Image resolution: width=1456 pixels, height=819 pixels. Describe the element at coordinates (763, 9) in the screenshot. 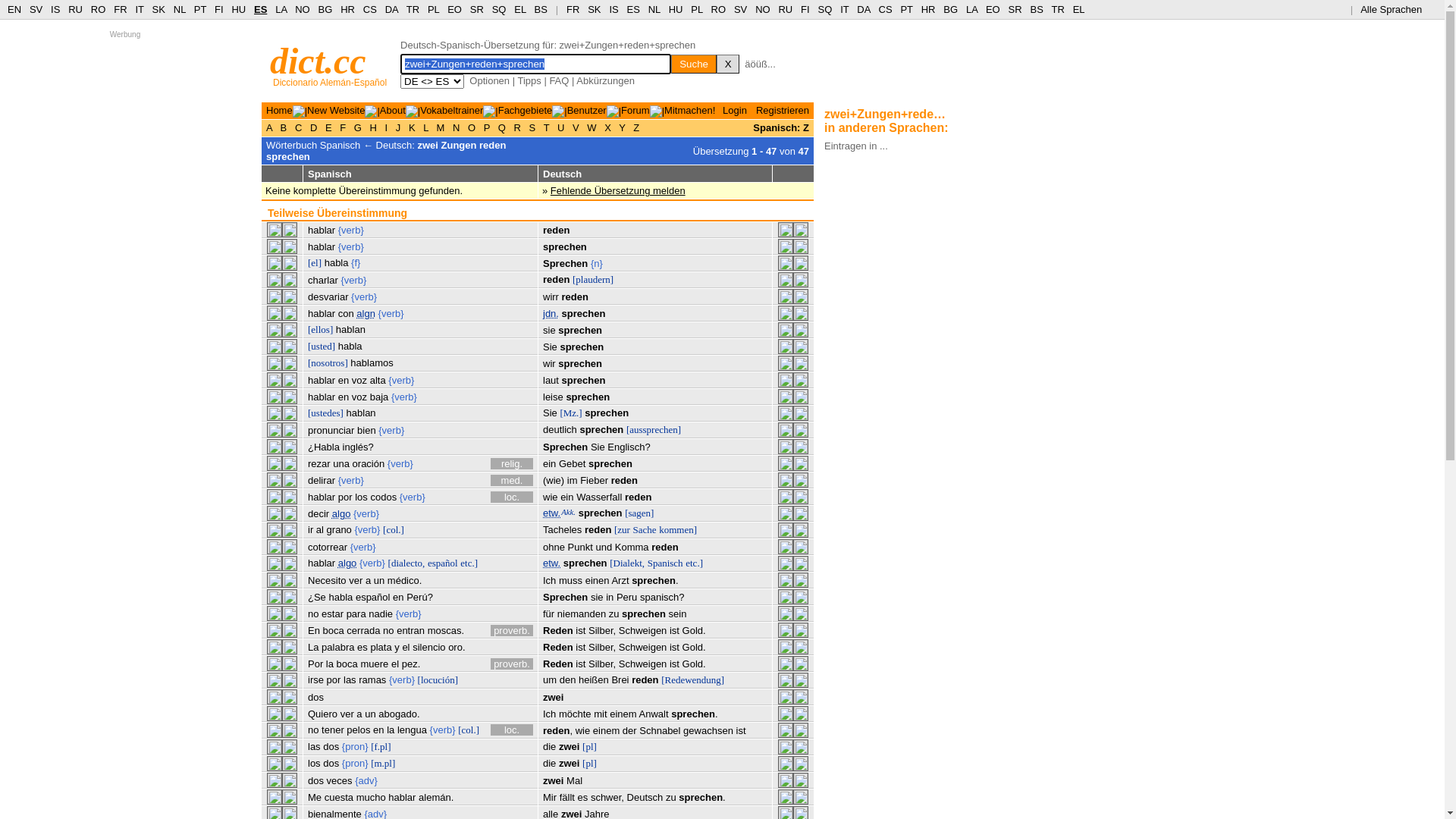

I see `'NO'` at that location.